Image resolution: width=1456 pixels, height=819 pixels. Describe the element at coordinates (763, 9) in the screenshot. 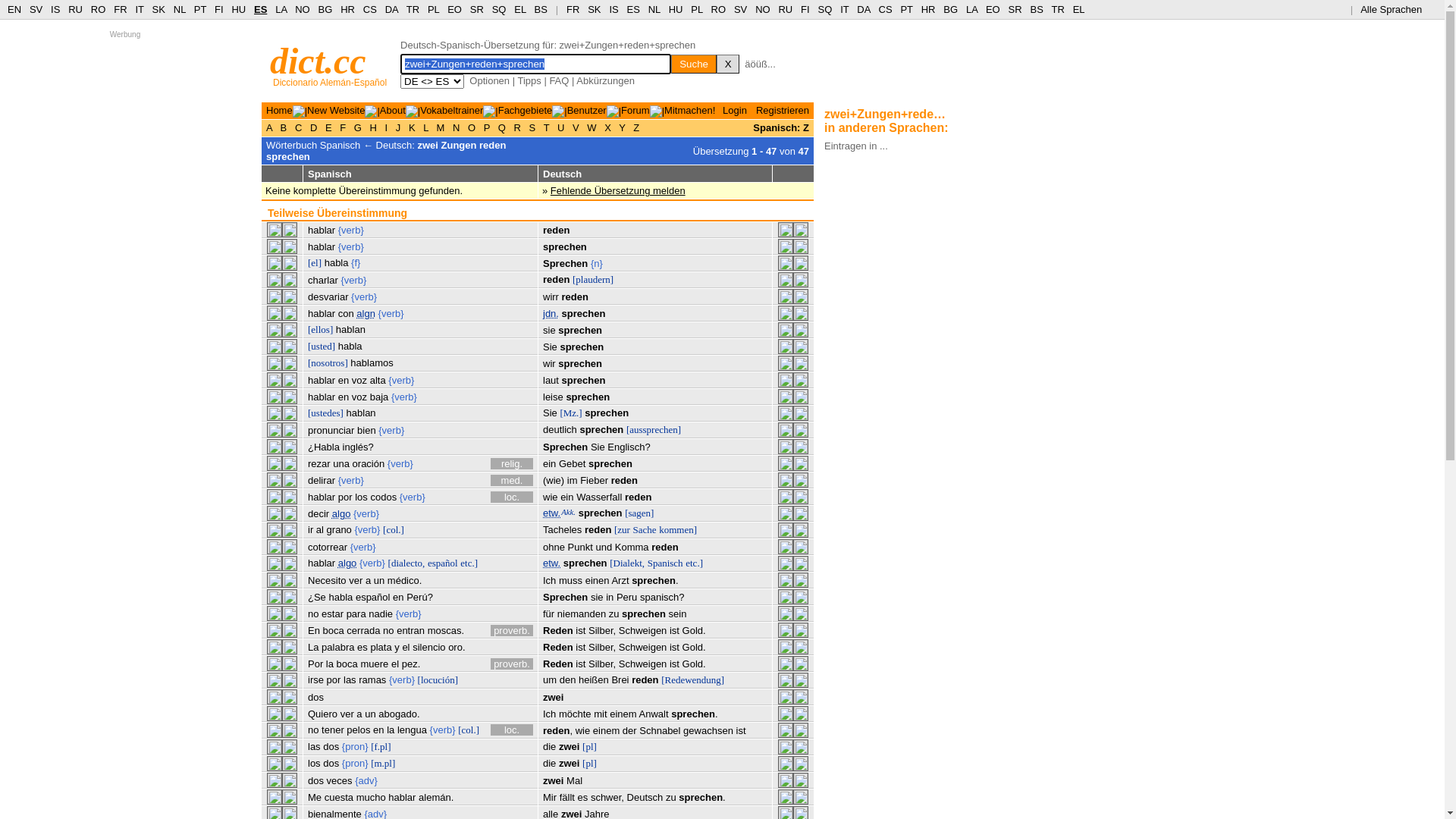

I see `'NO'` at that location.